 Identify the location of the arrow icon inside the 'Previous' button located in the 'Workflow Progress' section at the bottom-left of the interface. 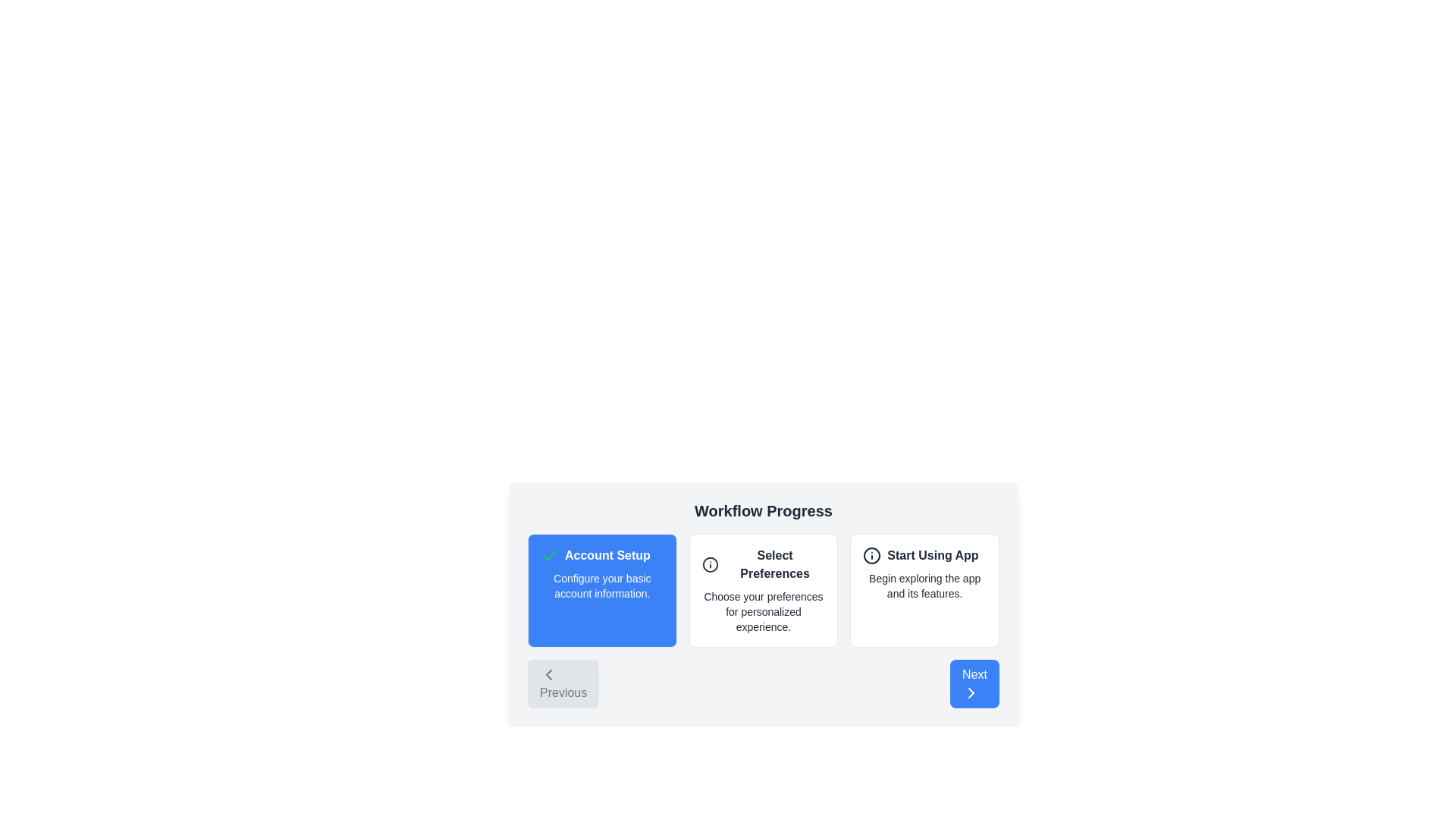
(548, 674).